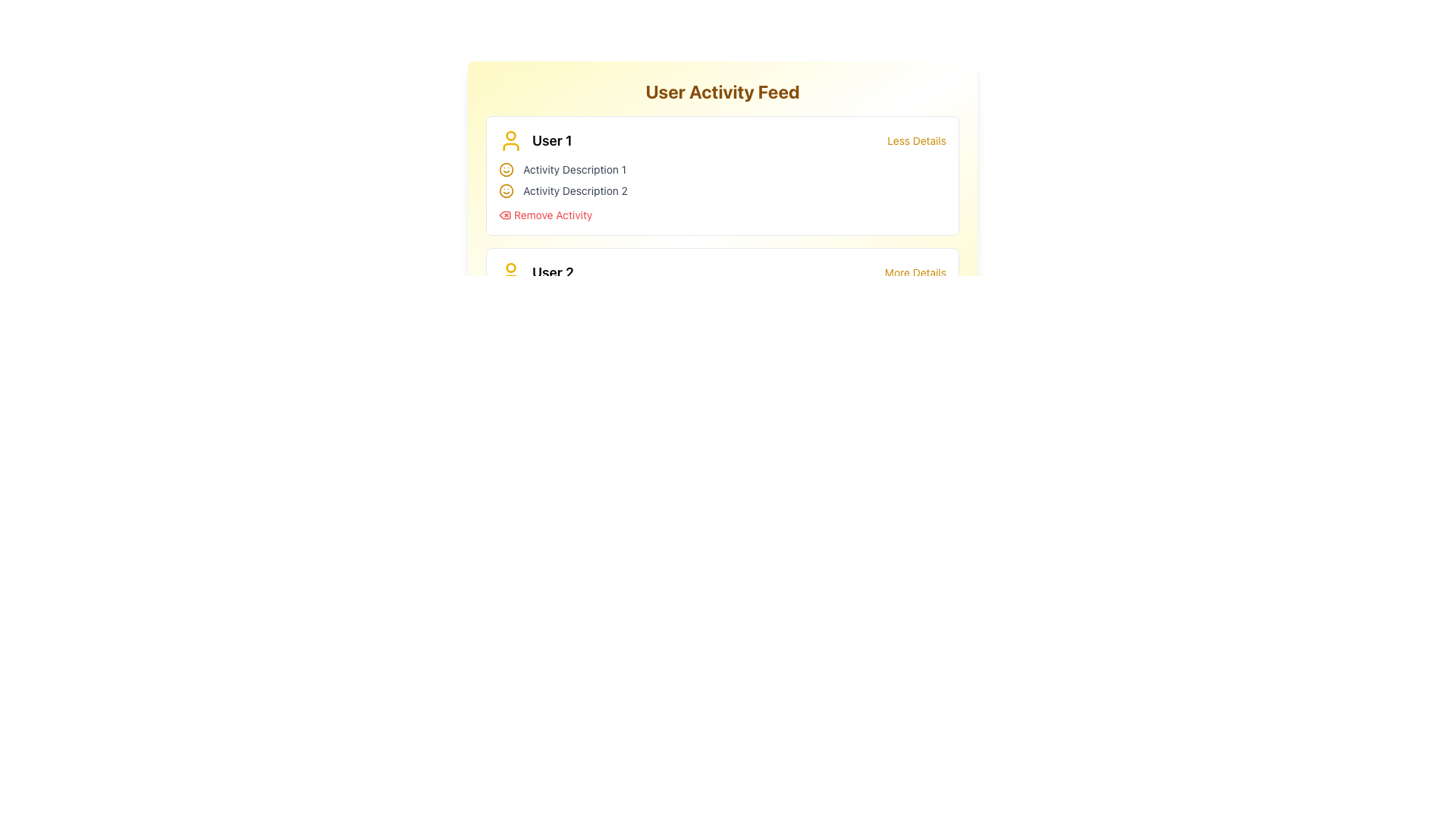  What do you see at coordinates (510, 267) in the screenshot?
I see `the small yellow circle representing the head of the user profile icon for 'User 1' in the 'User Activity Feed' section` at bounding box center [510, 267].